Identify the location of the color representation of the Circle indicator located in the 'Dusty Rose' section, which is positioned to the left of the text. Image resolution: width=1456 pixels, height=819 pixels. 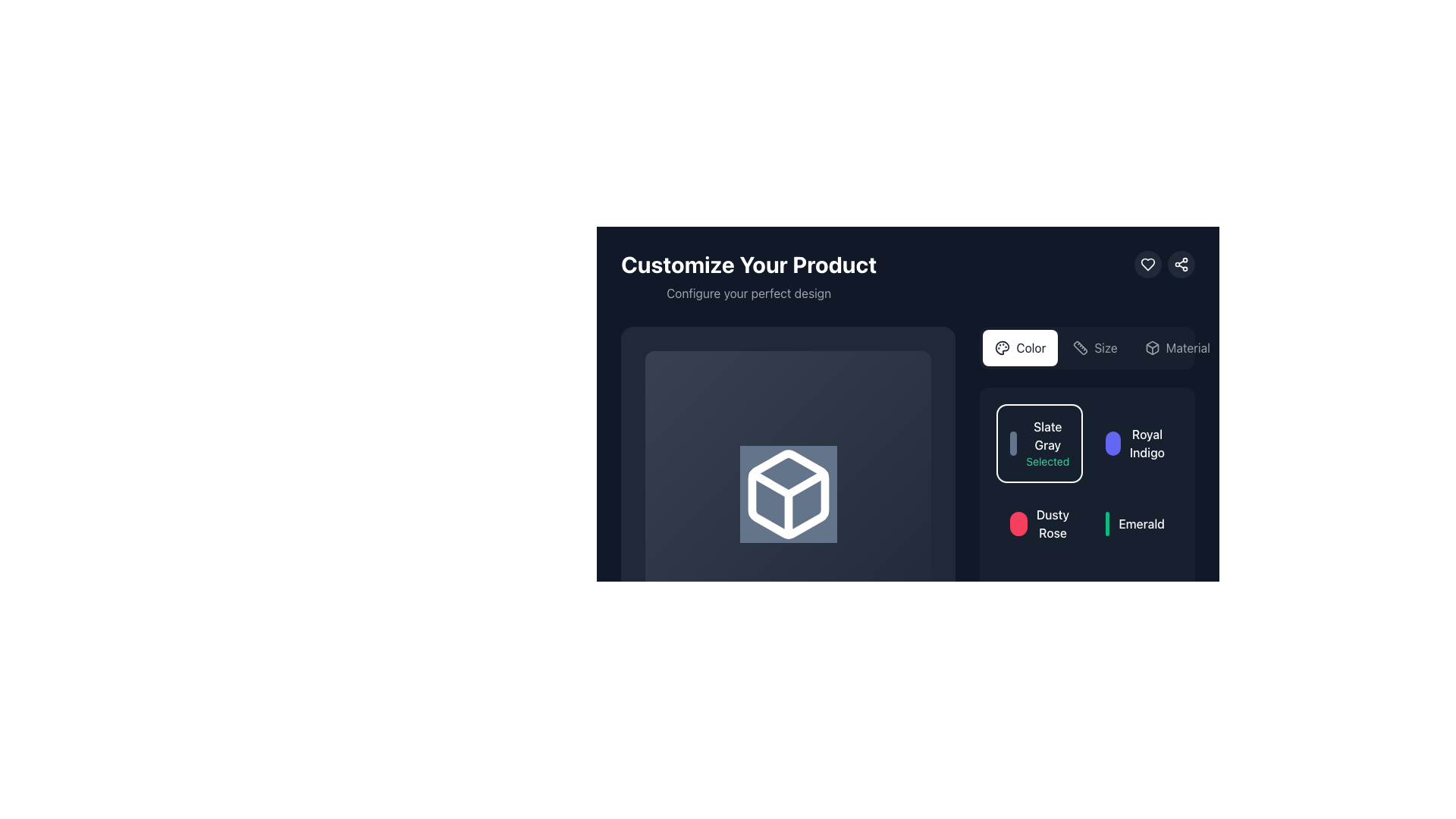
(1018, 522).